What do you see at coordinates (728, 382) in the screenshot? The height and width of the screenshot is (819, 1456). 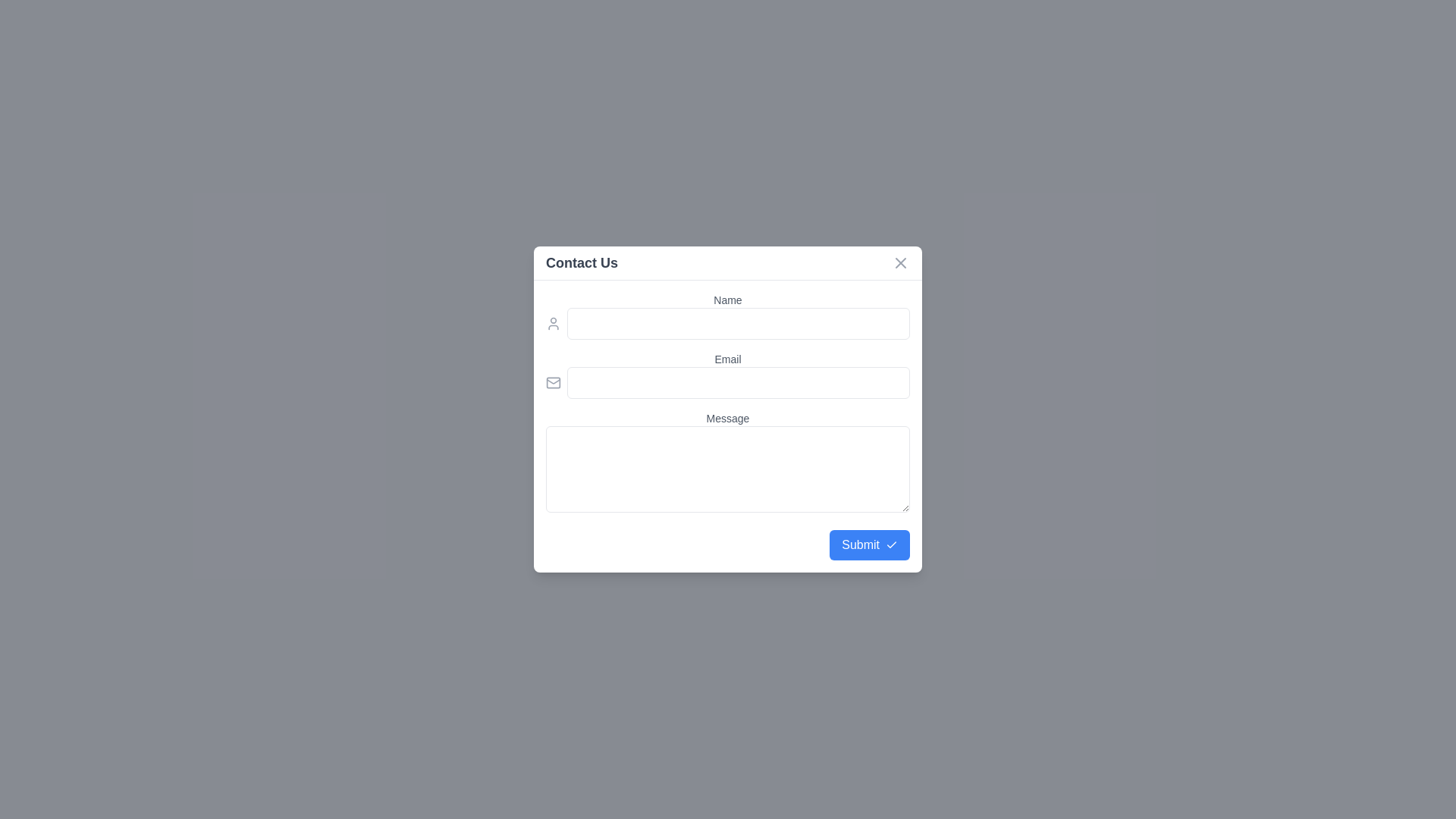 I see `the text input field for 'Email' in the form by tabbing to it` at bounding box center [728, 382].